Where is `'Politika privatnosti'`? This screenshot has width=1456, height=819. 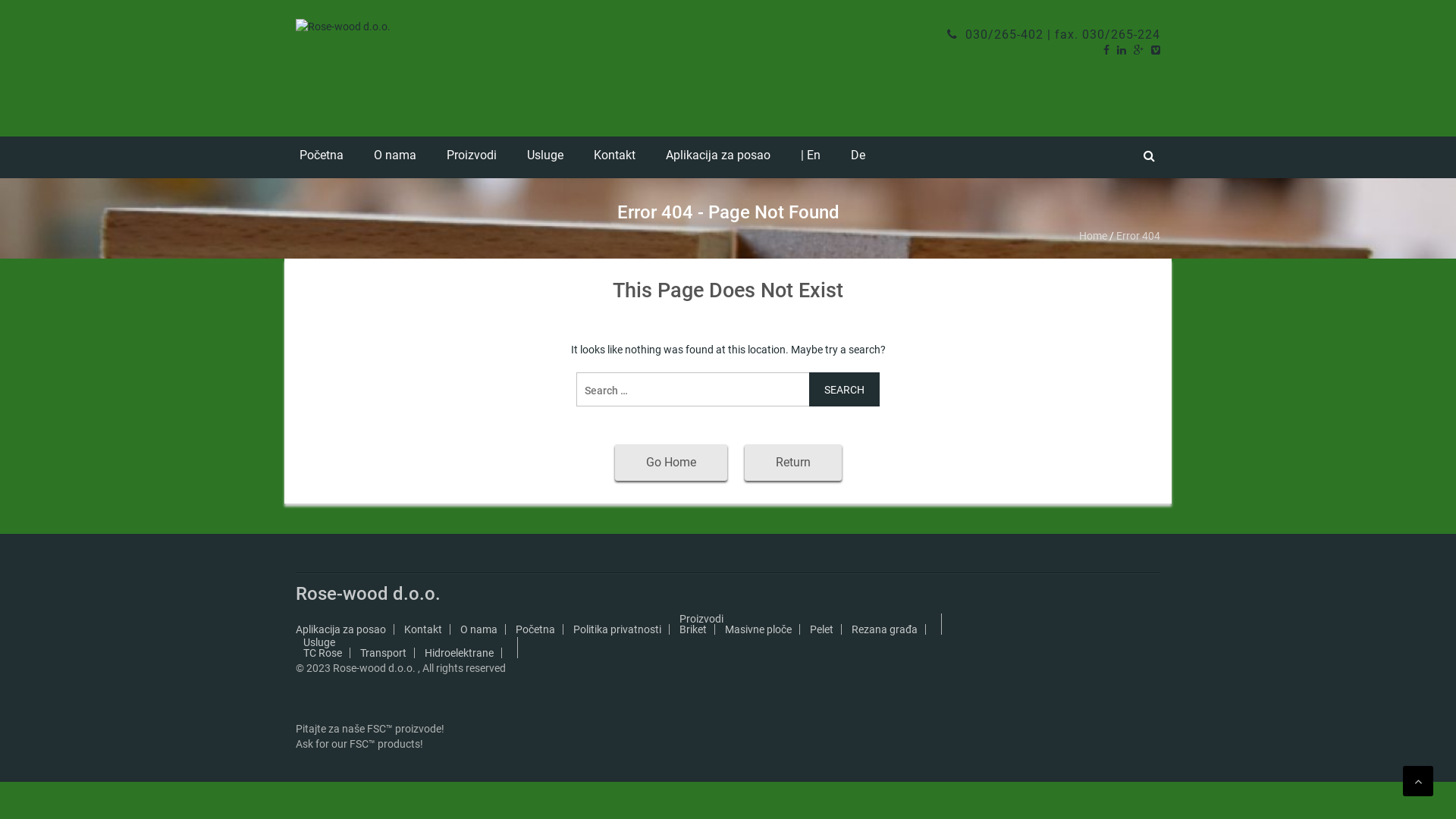 'Politika privatnosti' is located at coordinates (572, 629).